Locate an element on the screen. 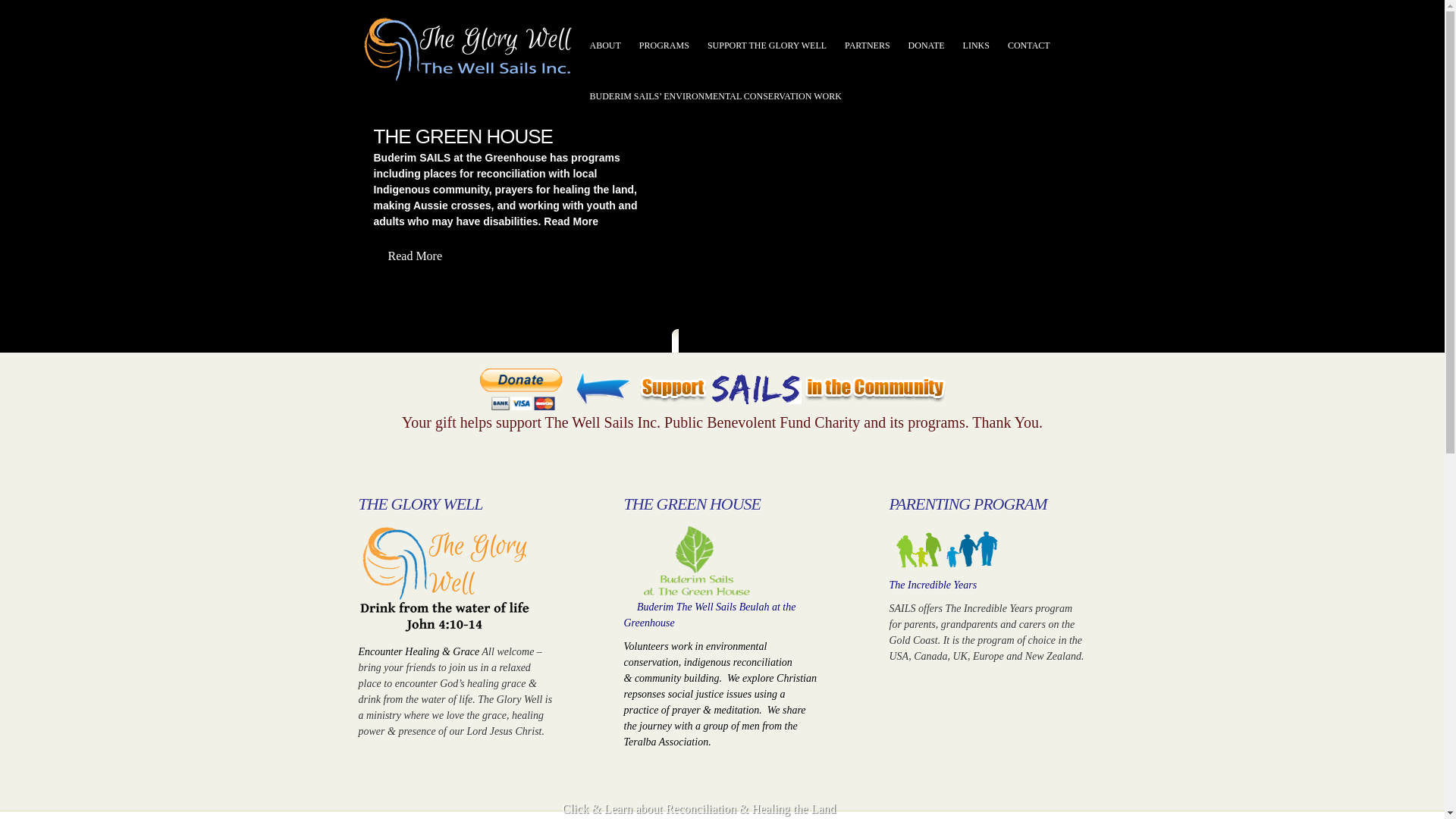 The width and height of the screenshot is (1456, 819). 'Buderim The Well Sails Beulah at the Greenhouse' is located at coordinates (708, 614).